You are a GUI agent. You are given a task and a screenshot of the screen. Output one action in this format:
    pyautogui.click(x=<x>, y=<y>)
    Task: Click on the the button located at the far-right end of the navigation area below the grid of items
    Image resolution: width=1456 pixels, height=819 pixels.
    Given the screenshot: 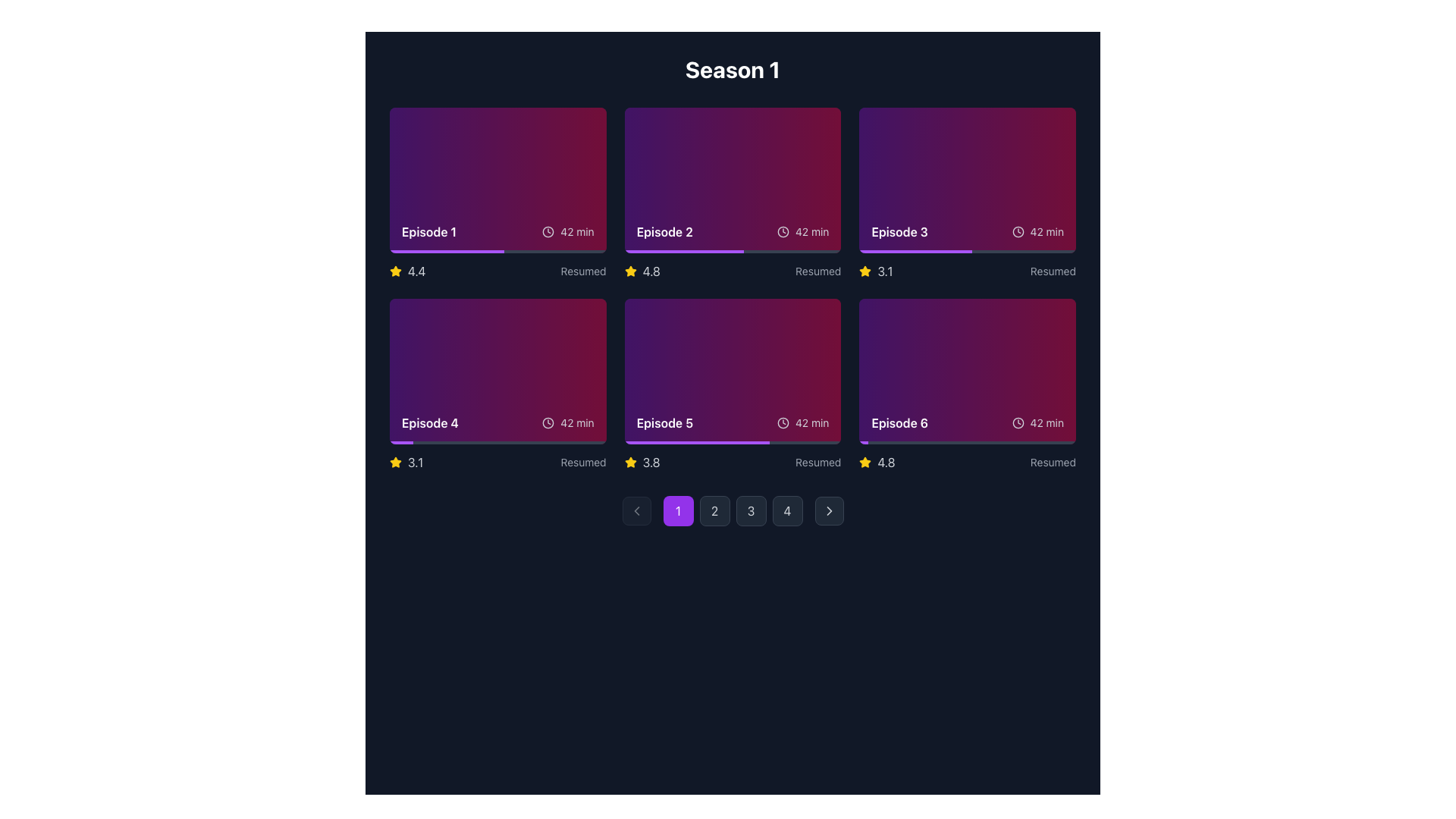 What is the action you would take?
    pyautogui.click(x=828, y=511)
    